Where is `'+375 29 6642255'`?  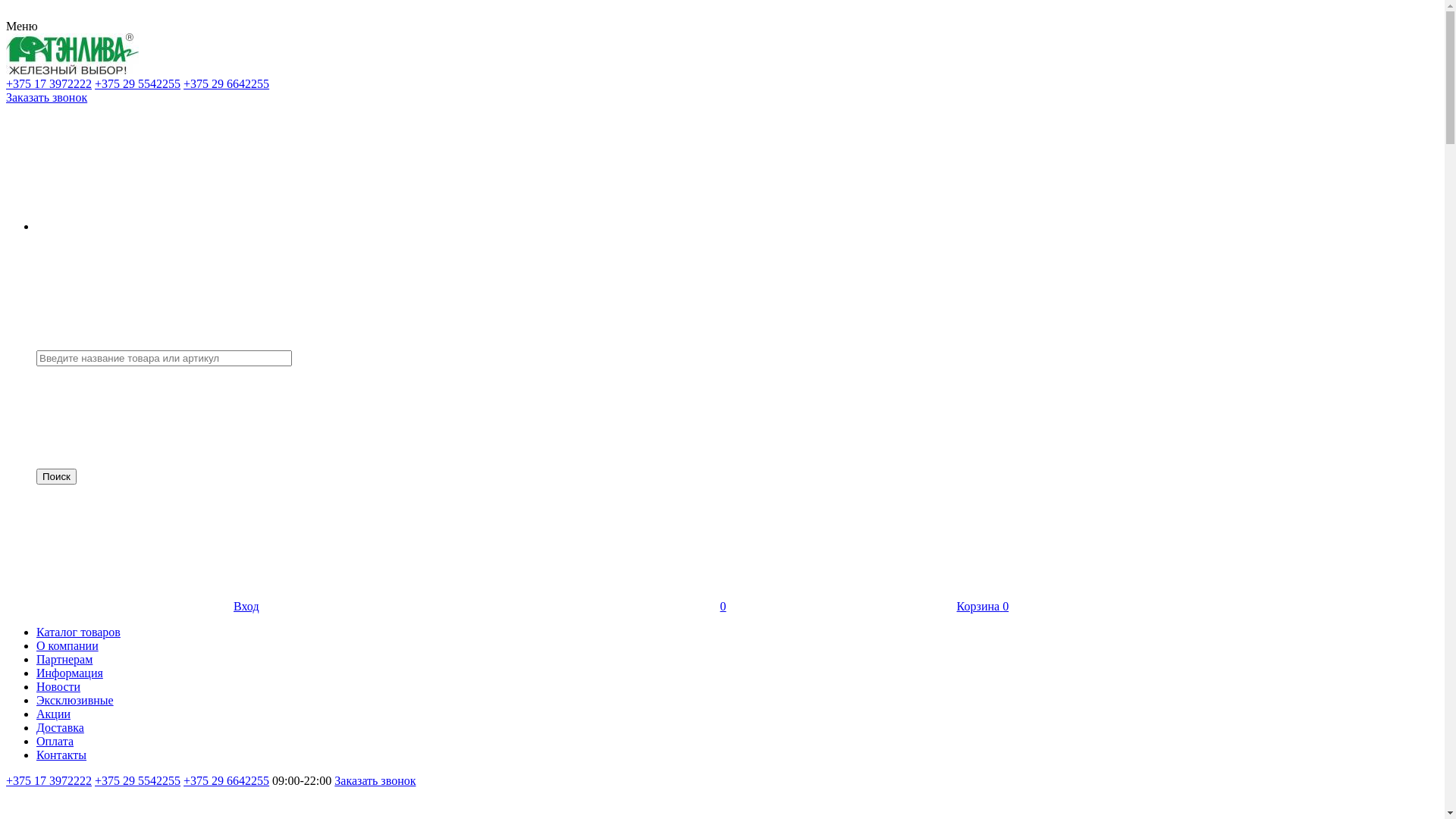
'+375 29 6642255' is located at coordinates (225, 83).